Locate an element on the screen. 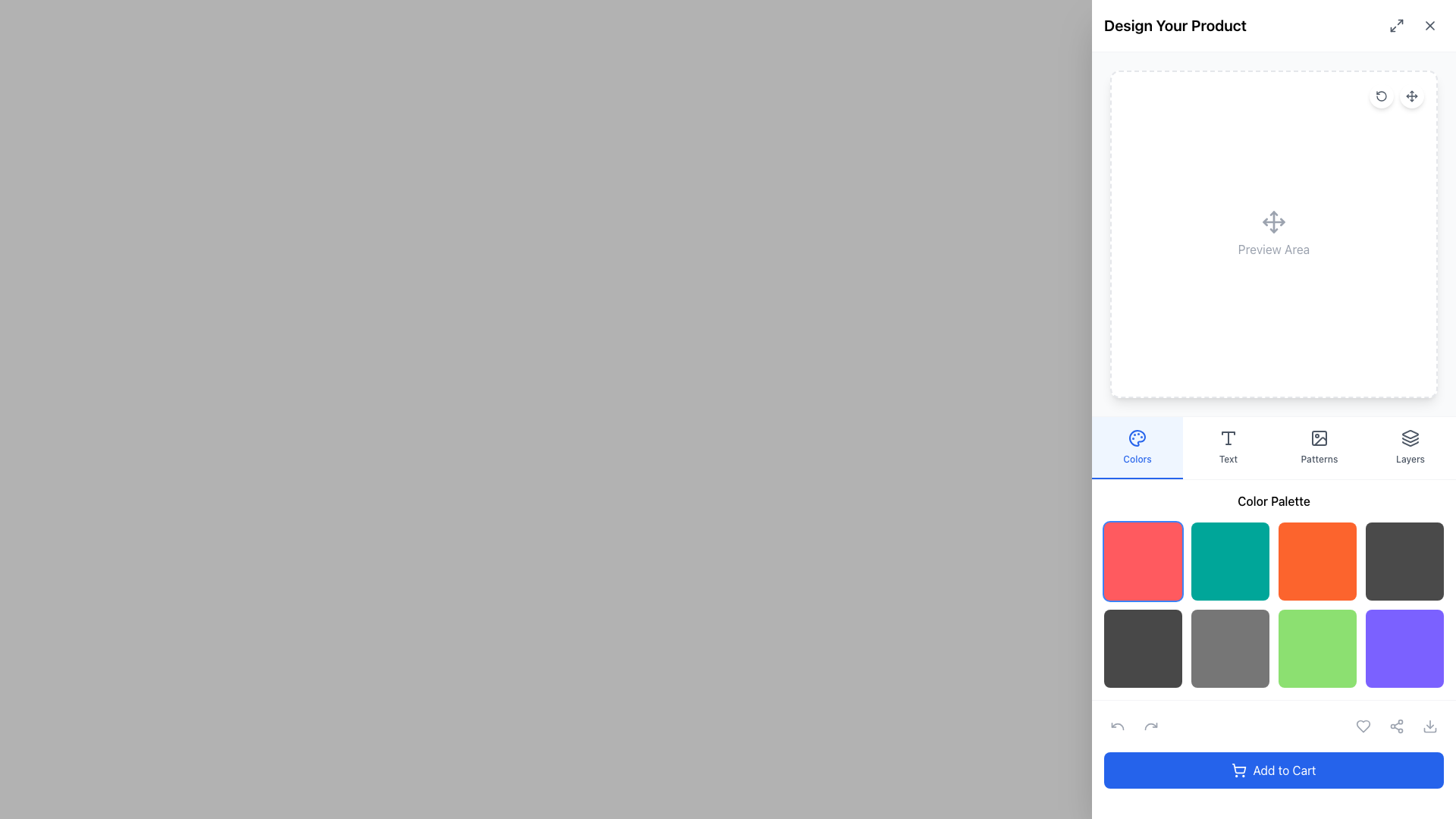  the 'Preview Area' text label, which is displayed in light gray and is centrally positioned below a draggable icon within the design preview section on the right-hand side of the interface is located at coordinates (1274, 248).